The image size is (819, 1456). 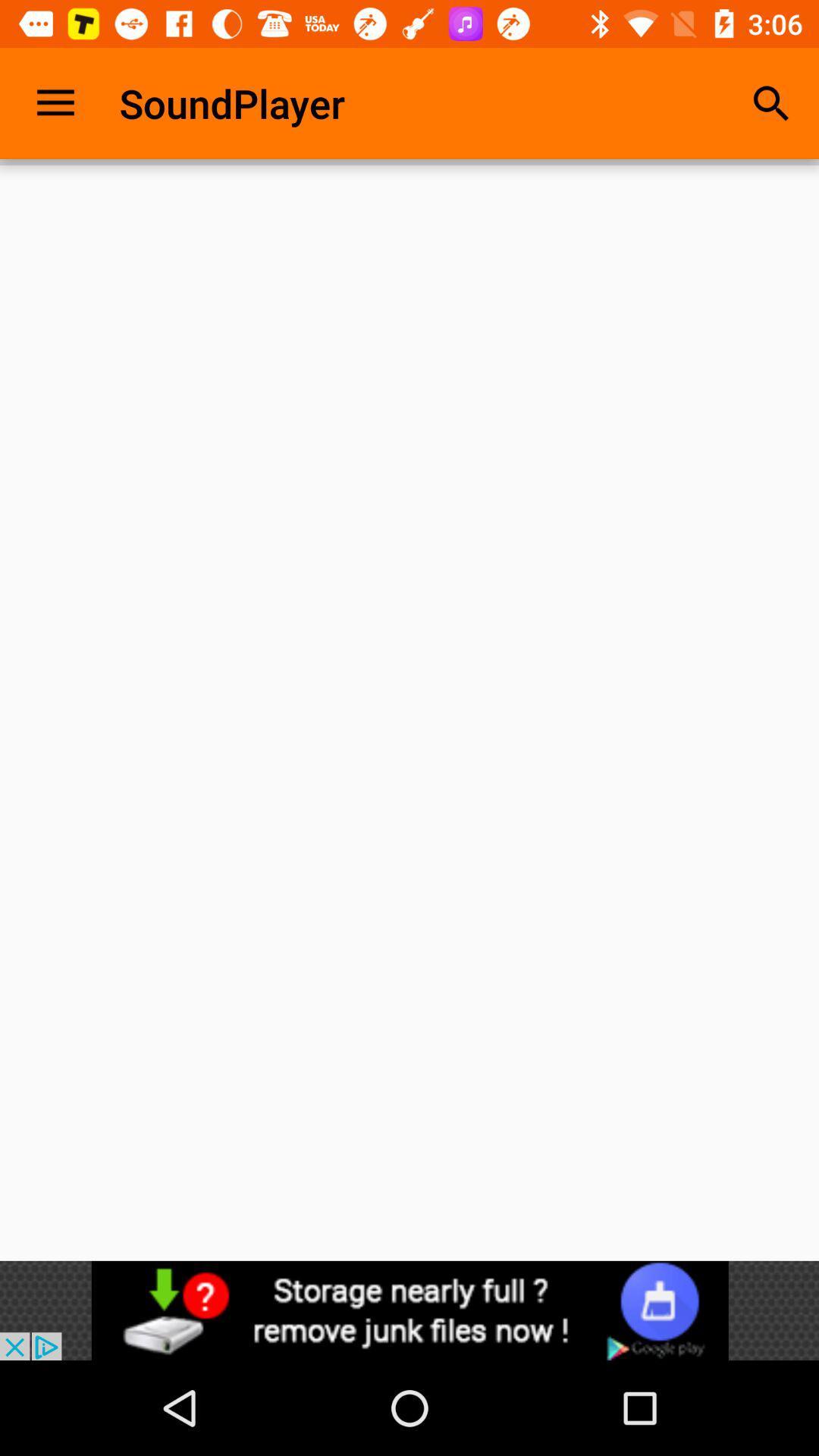 What do you see at coordinates (409, 1310) in the screenshot?
I see `advertisement` at bounding box center [409, 1310].